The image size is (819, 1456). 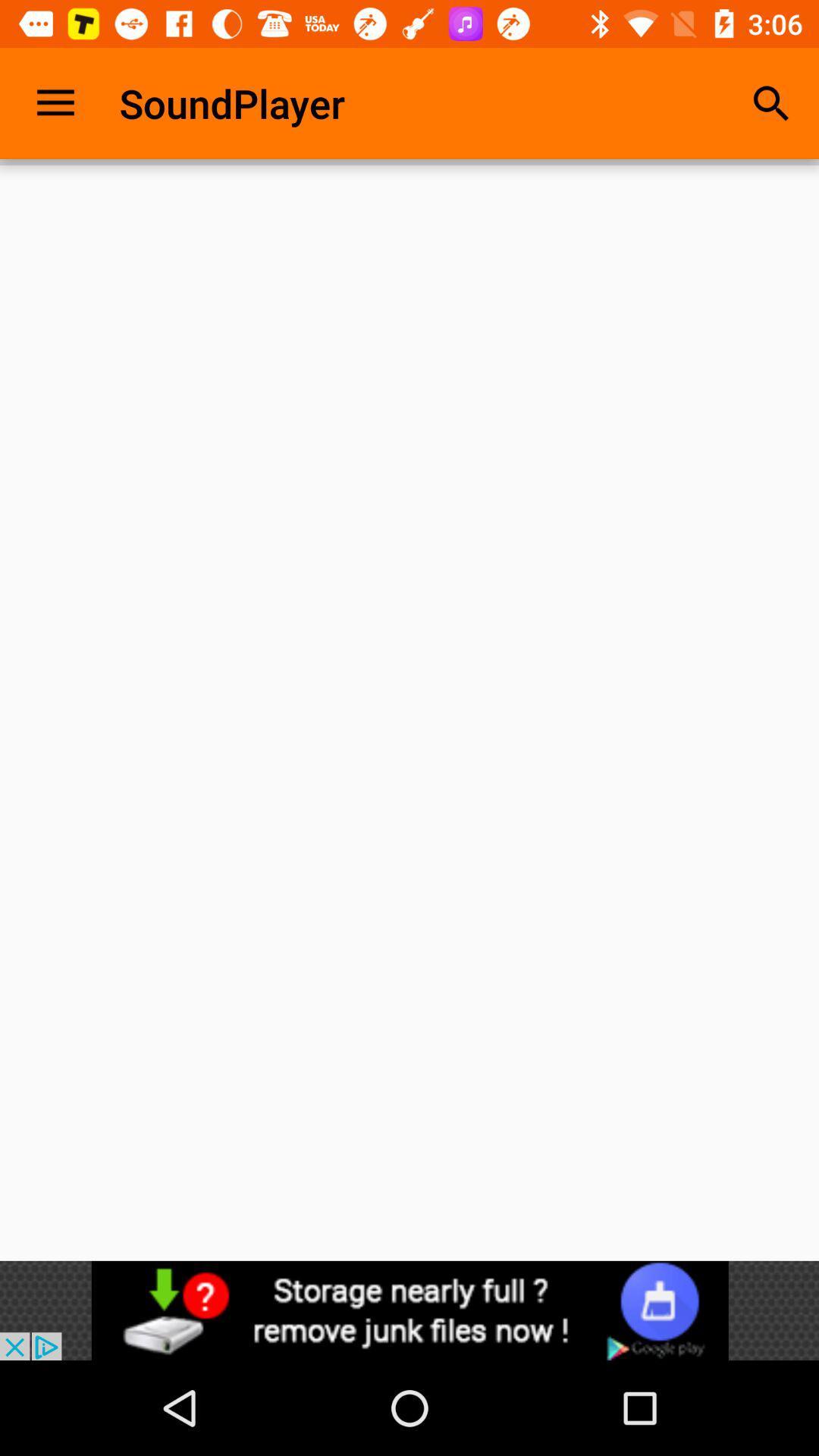 What do you see at coordinates (409, 1310) in the screenshot?
I see `advertisement` at bounding box center [409, 1310].